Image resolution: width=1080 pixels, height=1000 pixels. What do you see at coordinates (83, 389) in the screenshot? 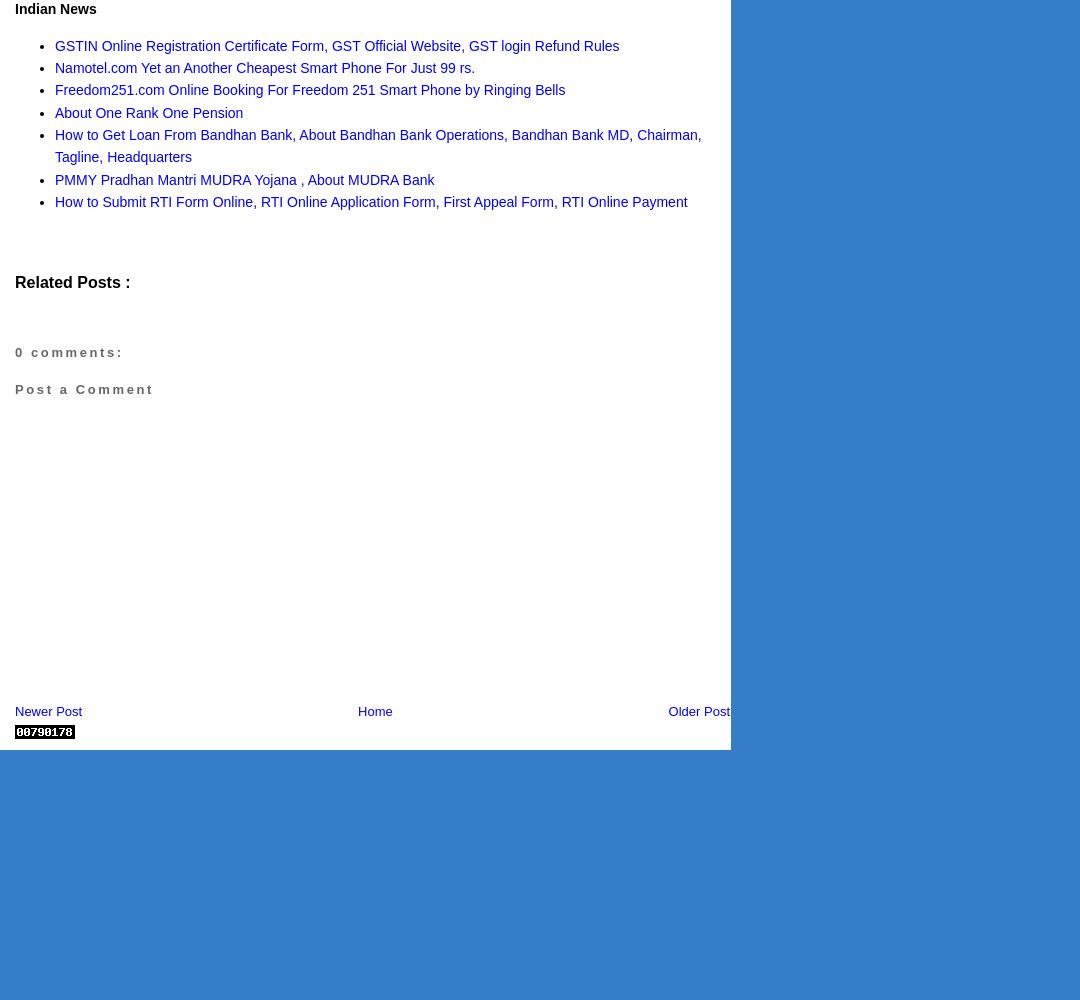
I see `'Post a Comment'` at bounding box center [83, 389].